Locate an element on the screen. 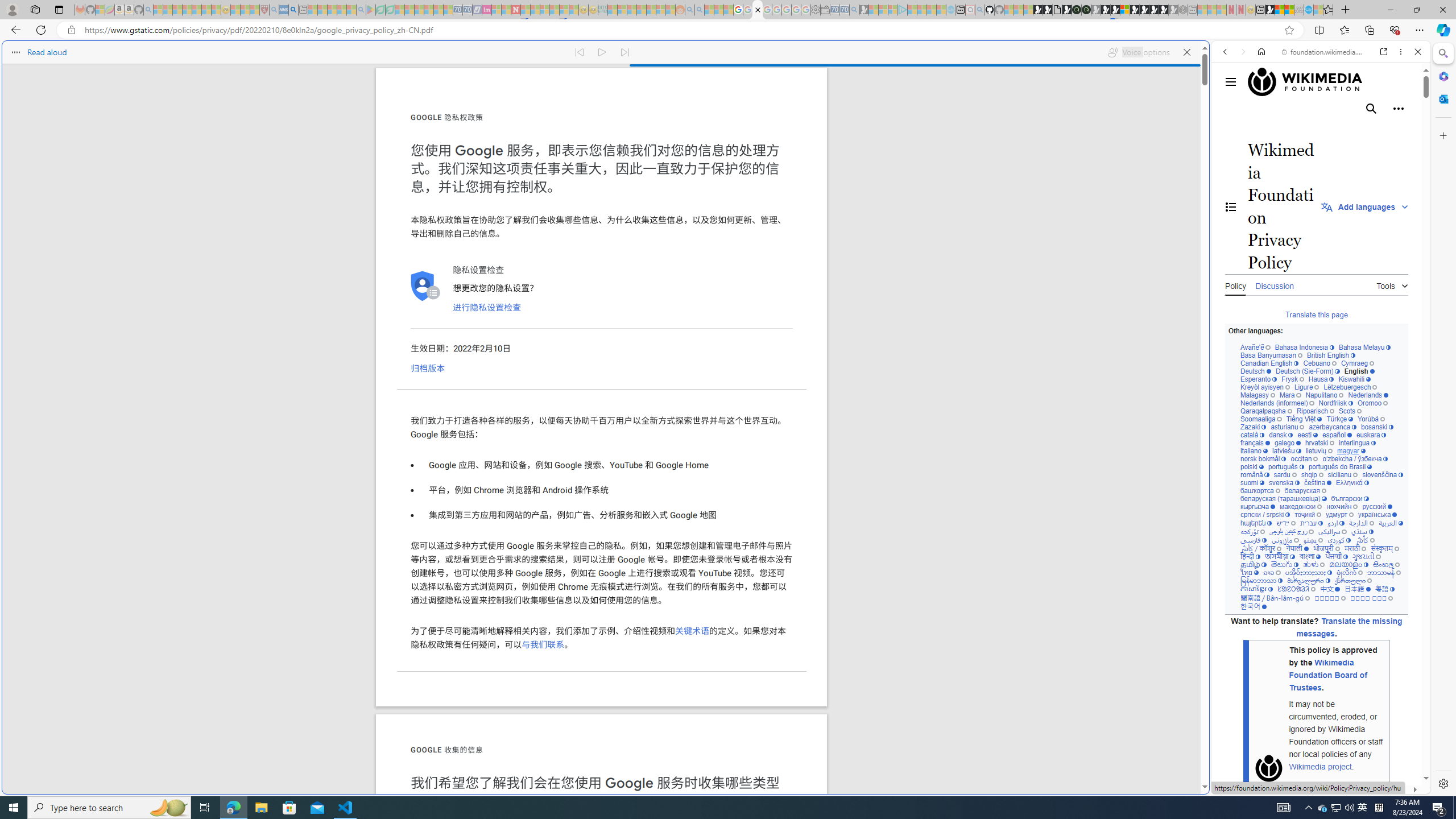 This screenshot has height=819, width=1456. 'google - Search - Sleeping' is located at coordinates (360, 9).